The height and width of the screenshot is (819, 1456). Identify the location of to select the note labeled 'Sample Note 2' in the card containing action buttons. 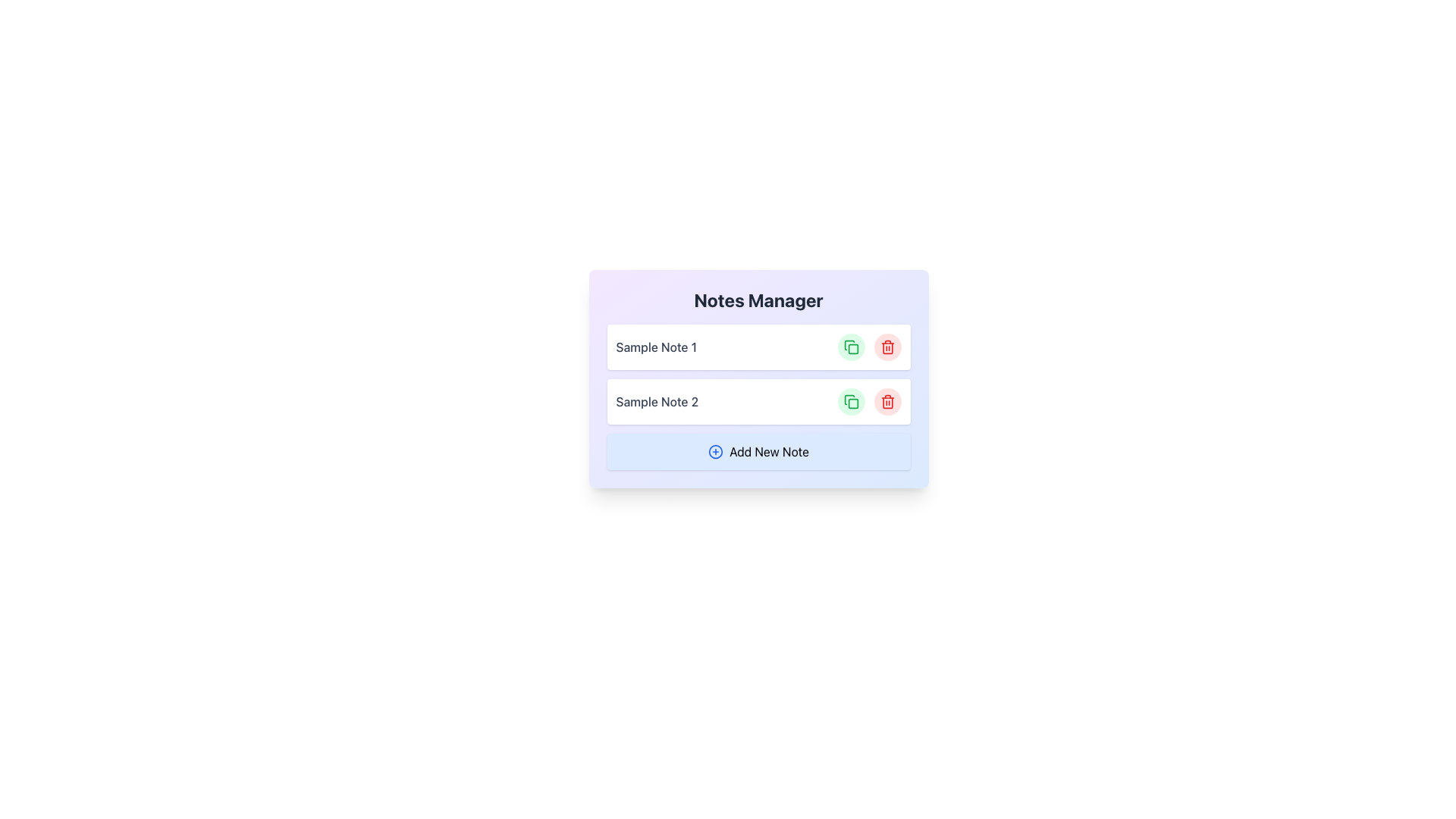
(758, 400).